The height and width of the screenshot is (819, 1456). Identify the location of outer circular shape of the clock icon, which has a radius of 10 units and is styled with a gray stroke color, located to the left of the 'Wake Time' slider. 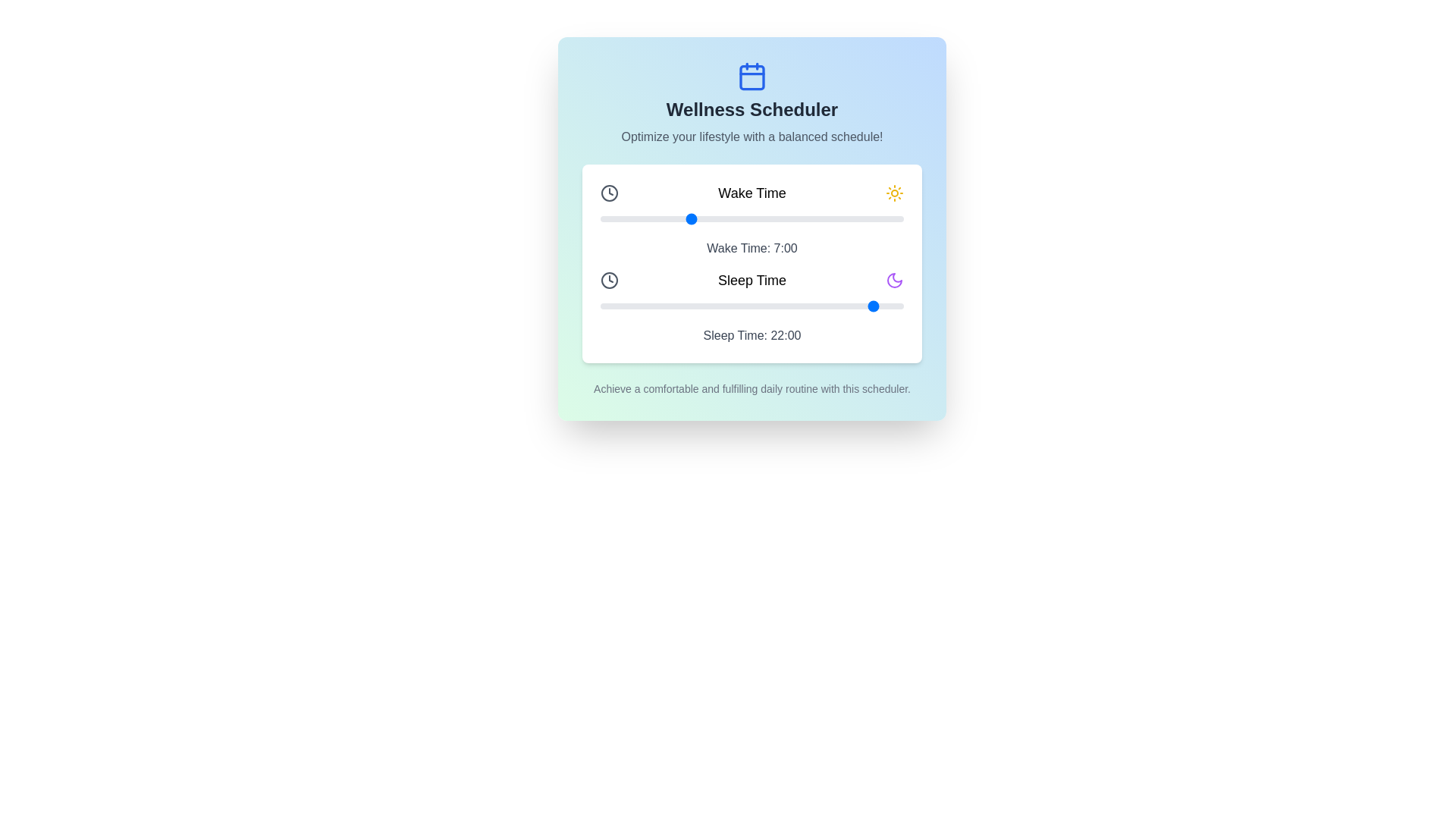
(610, 281).